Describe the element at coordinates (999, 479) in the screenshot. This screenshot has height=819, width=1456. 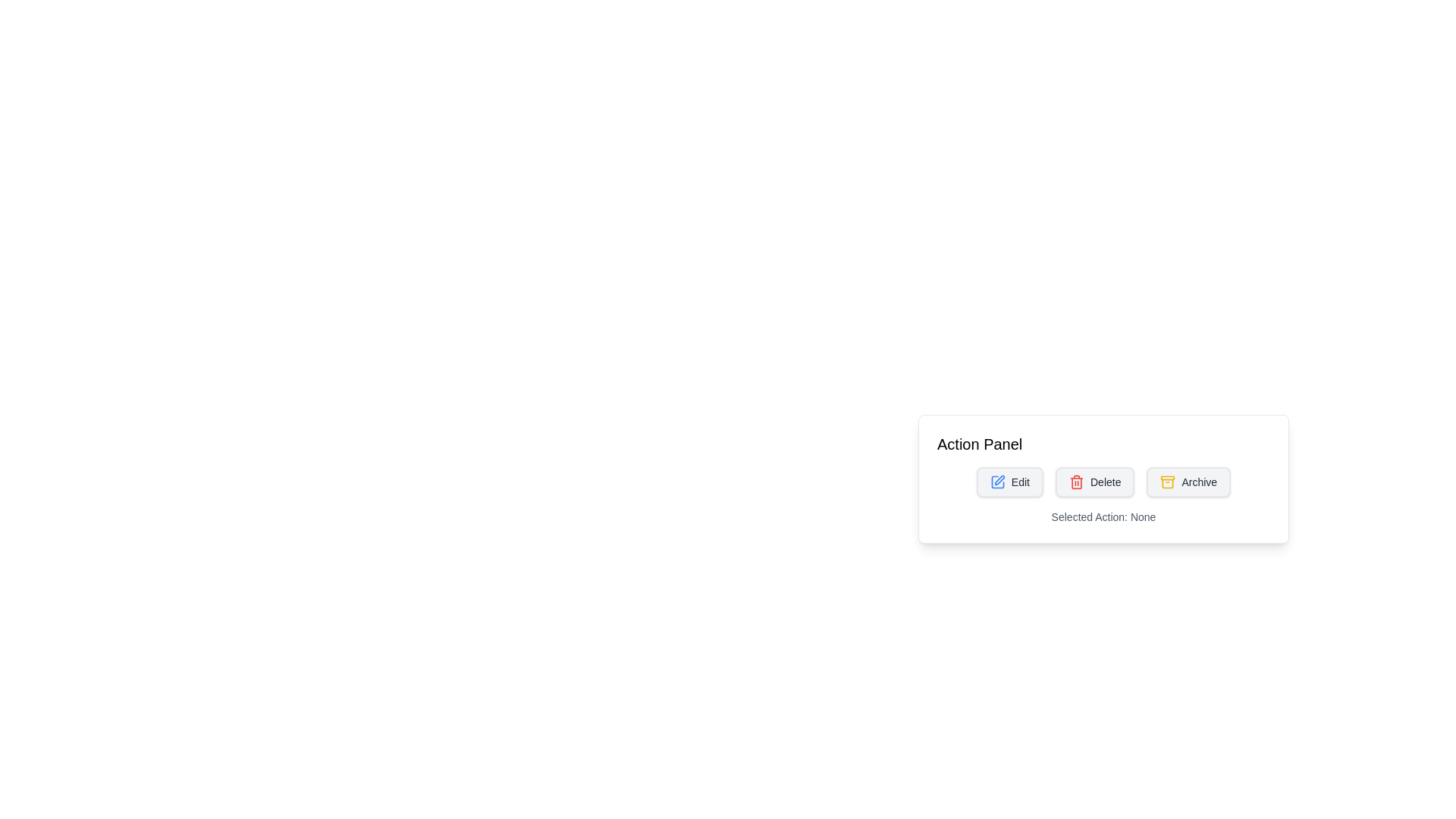
I see `the 'Edit' icon button located under the 'Action Panel'` at that location.